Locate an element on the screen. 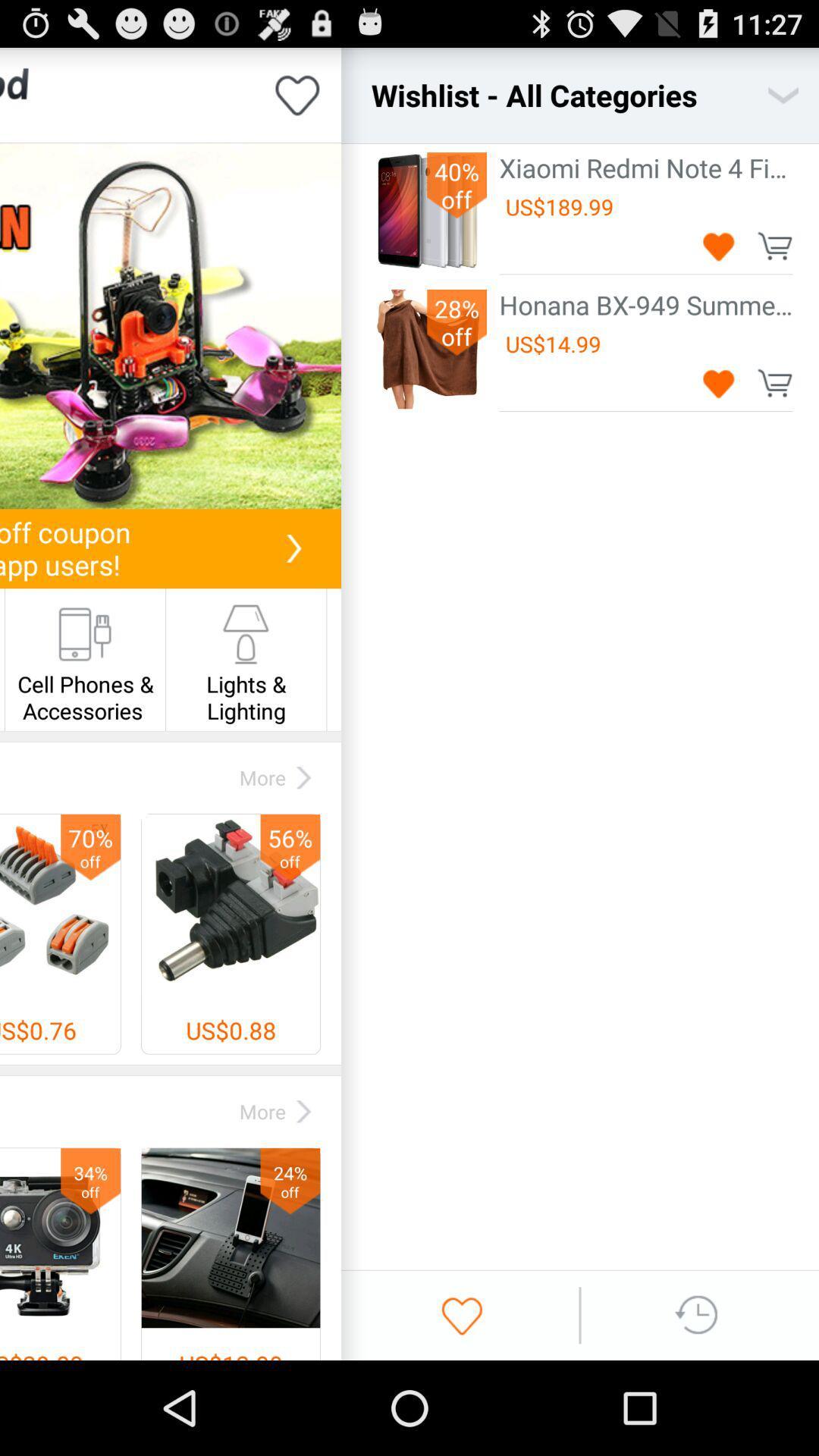 Image resolution: width=819 pixels, height=1456 pixels. the favorite icon is located at coordinates (297, 101).